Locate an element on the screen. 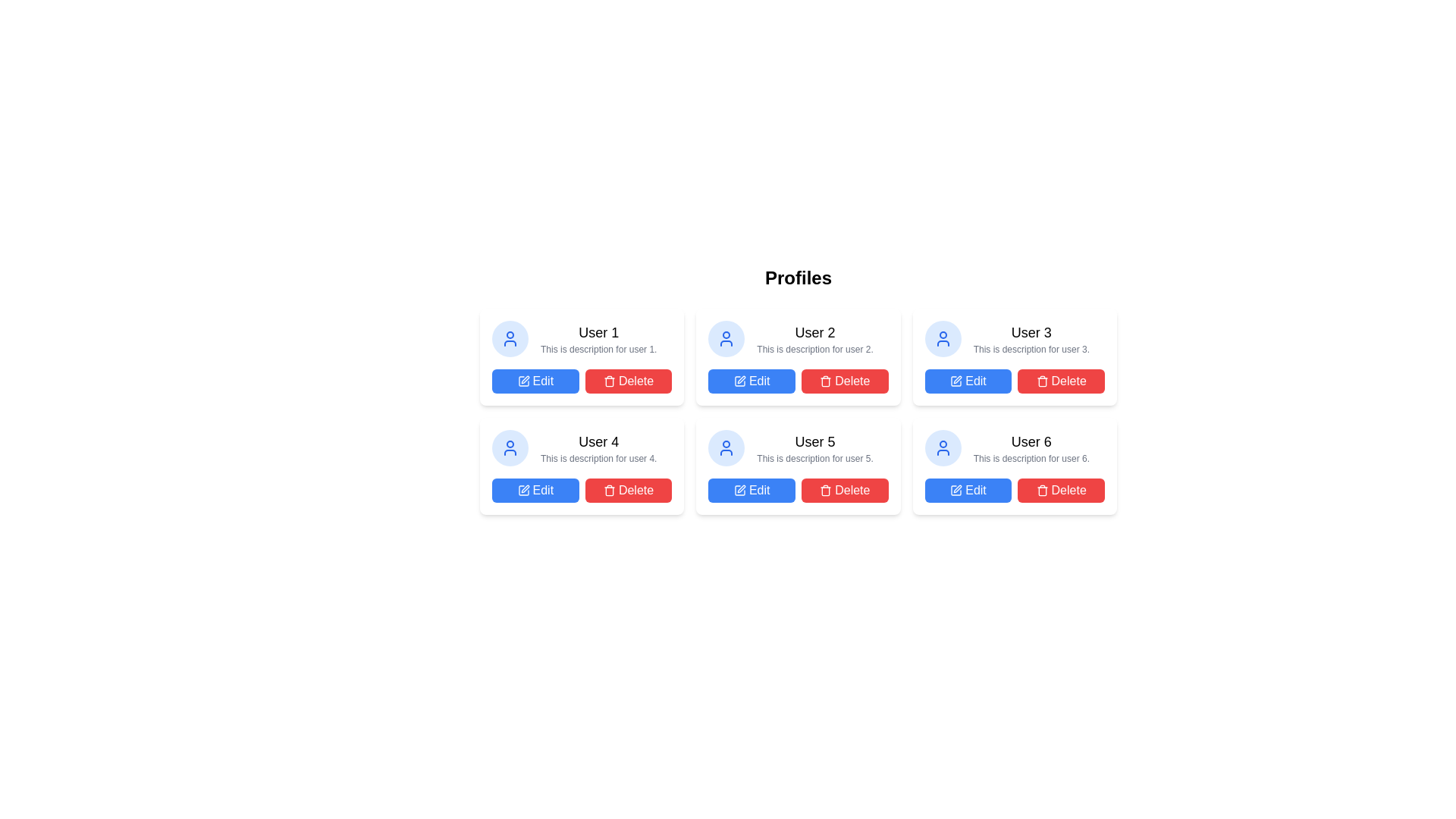 The height and width of the screenshot is (819, 1456). the textual label that serves as the title for the user profile card located at the center of the second card in the top row of the grid layout is located at coordinates (814, 332).